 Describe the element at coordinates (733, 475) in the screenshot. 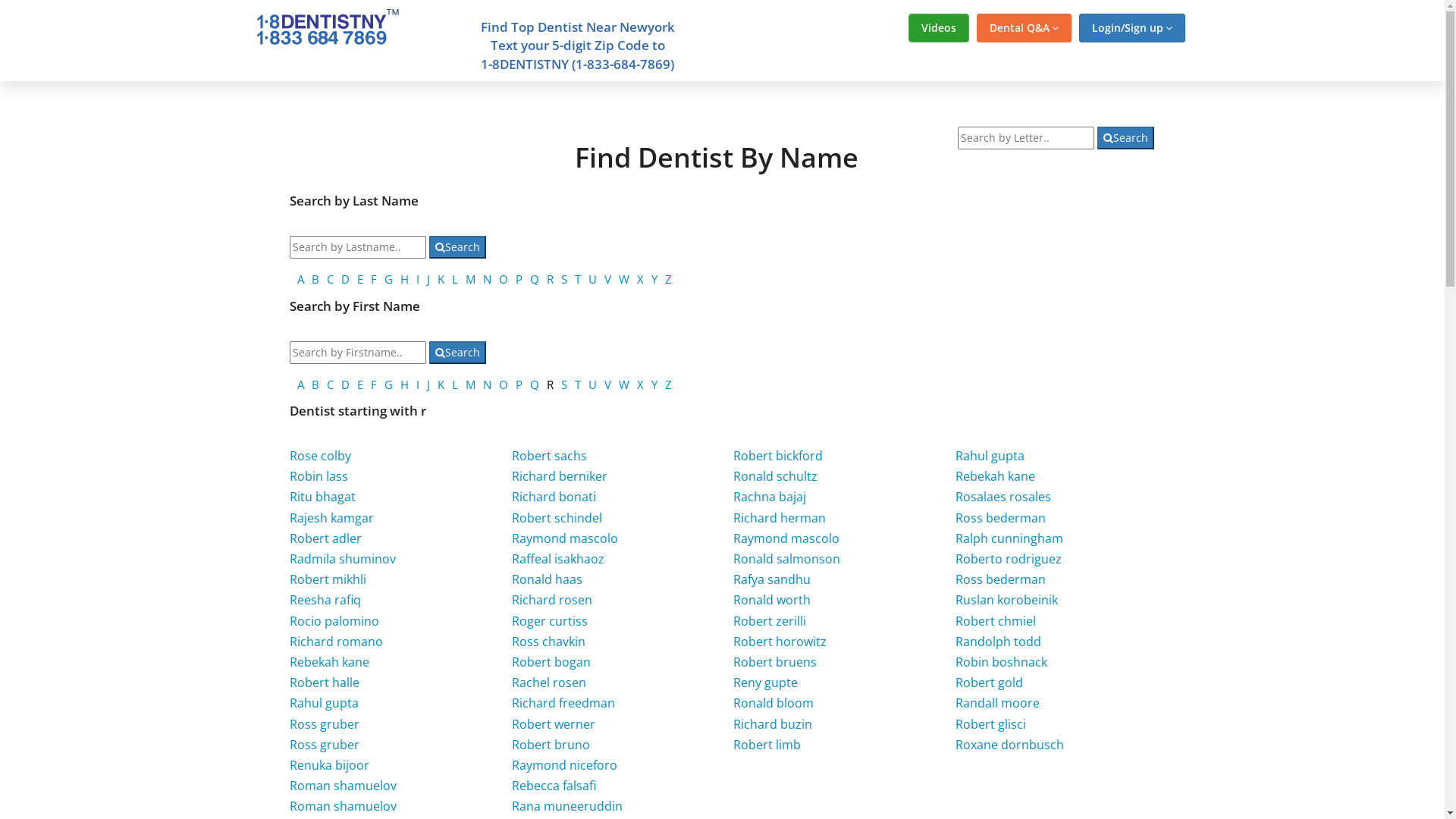

I see `'Ronald schultz'` at that location.